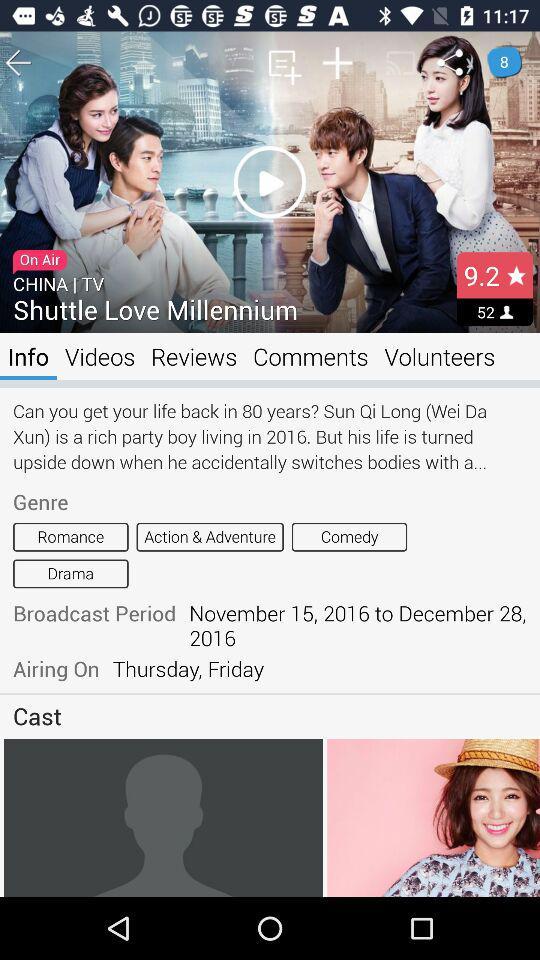  I want to click on the play icon, so click(270, 182).